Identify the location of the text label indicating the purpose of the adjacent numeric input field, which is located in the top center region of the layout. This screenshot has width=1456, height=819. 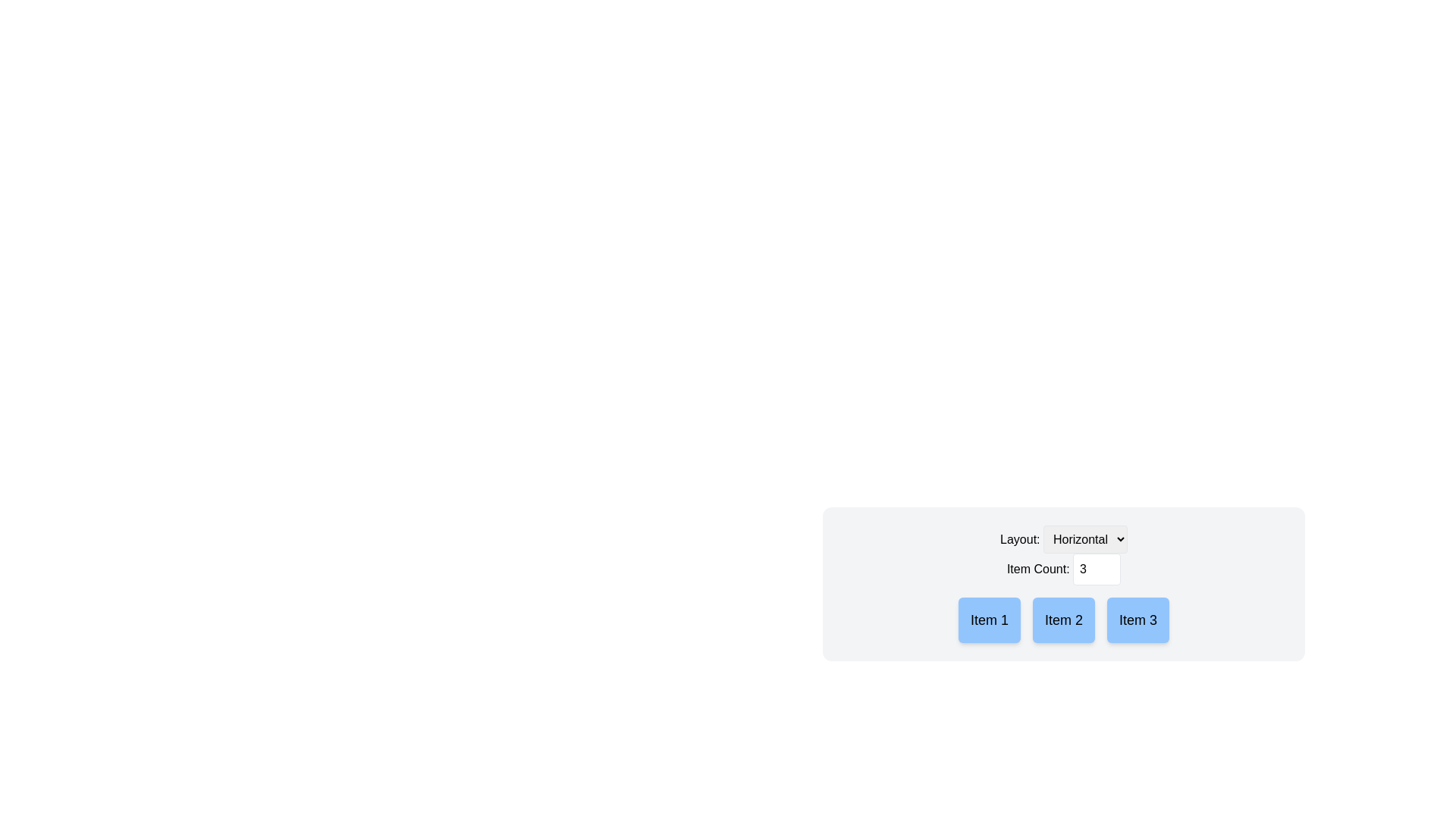
(1062, 568).